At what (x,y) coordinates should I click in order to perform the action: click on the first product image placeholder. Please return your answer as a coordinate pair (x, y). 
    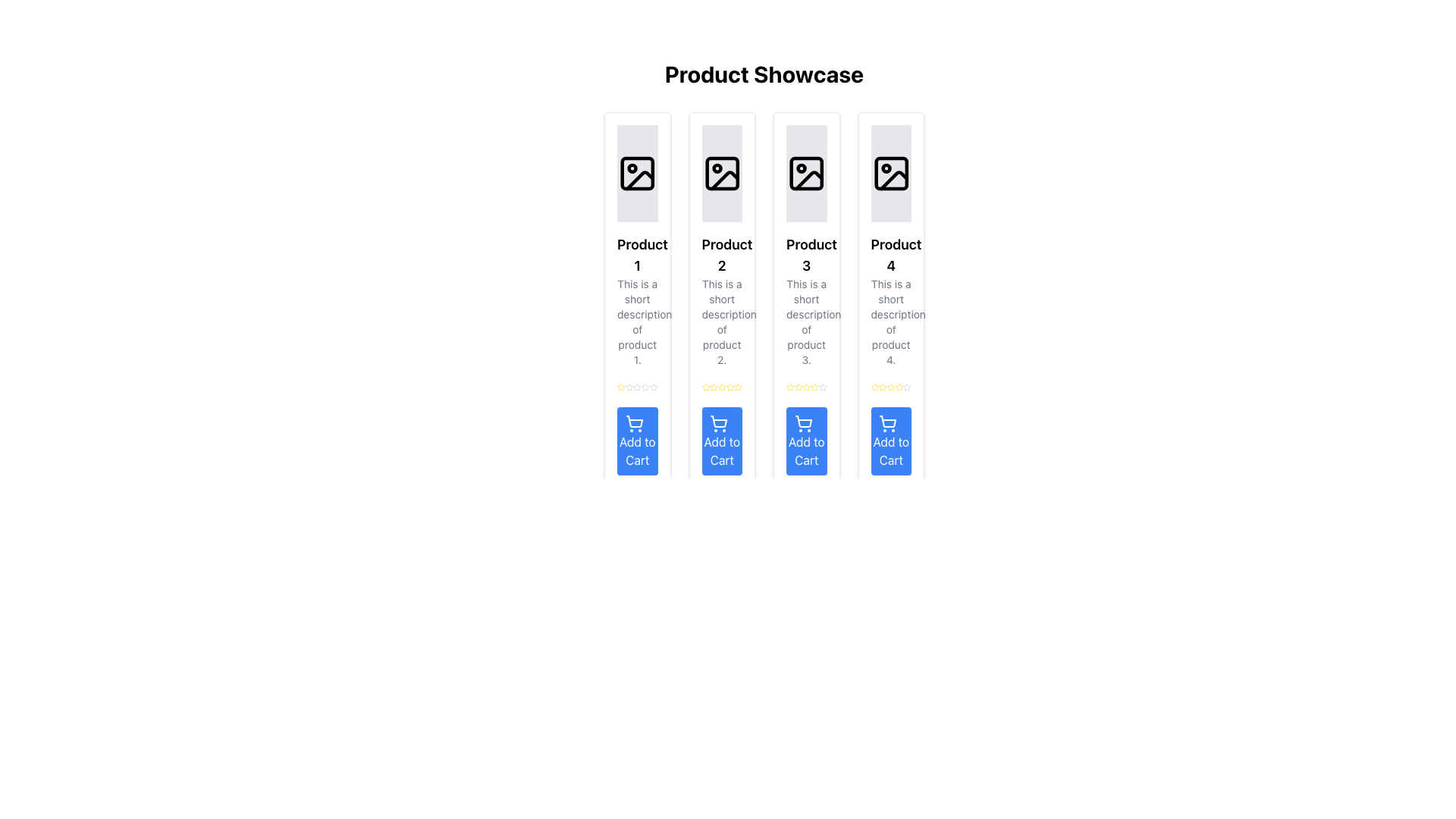
    Looking at the image, I should click on (637, 172).